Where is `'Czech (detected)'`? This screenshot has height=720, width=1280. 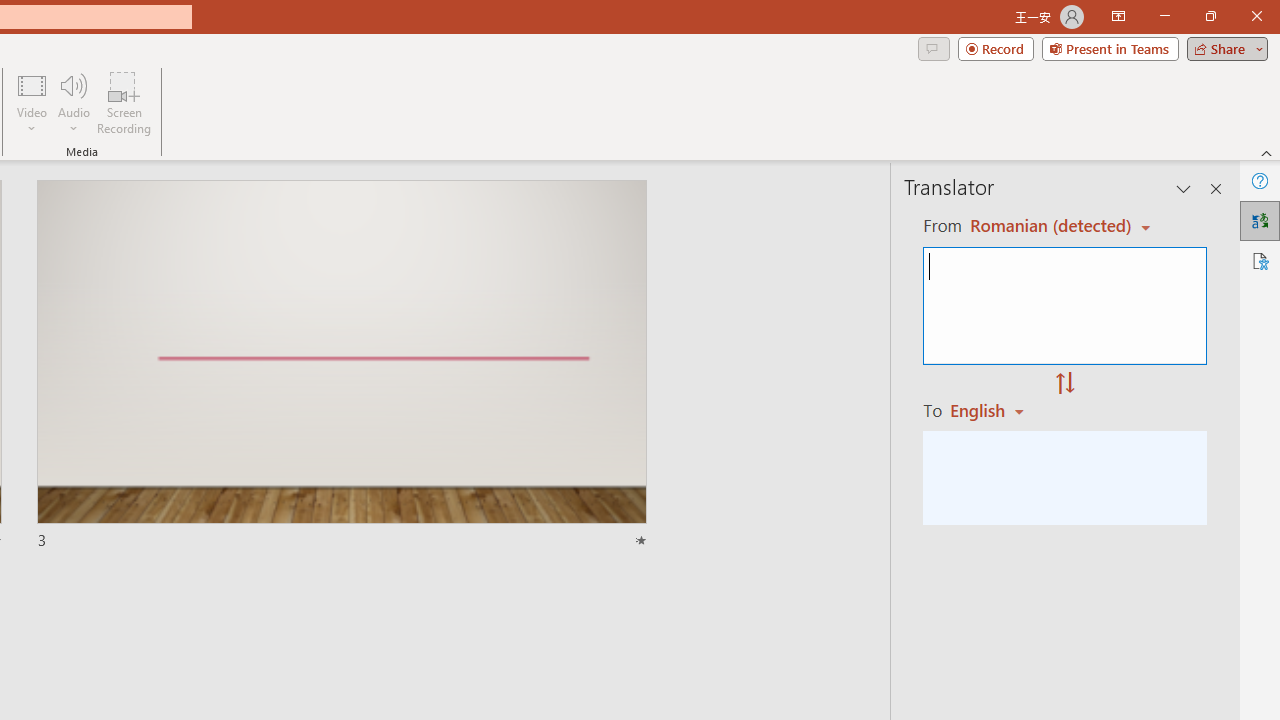 'Czech (detected)' is located at coordinates (1046, 225).